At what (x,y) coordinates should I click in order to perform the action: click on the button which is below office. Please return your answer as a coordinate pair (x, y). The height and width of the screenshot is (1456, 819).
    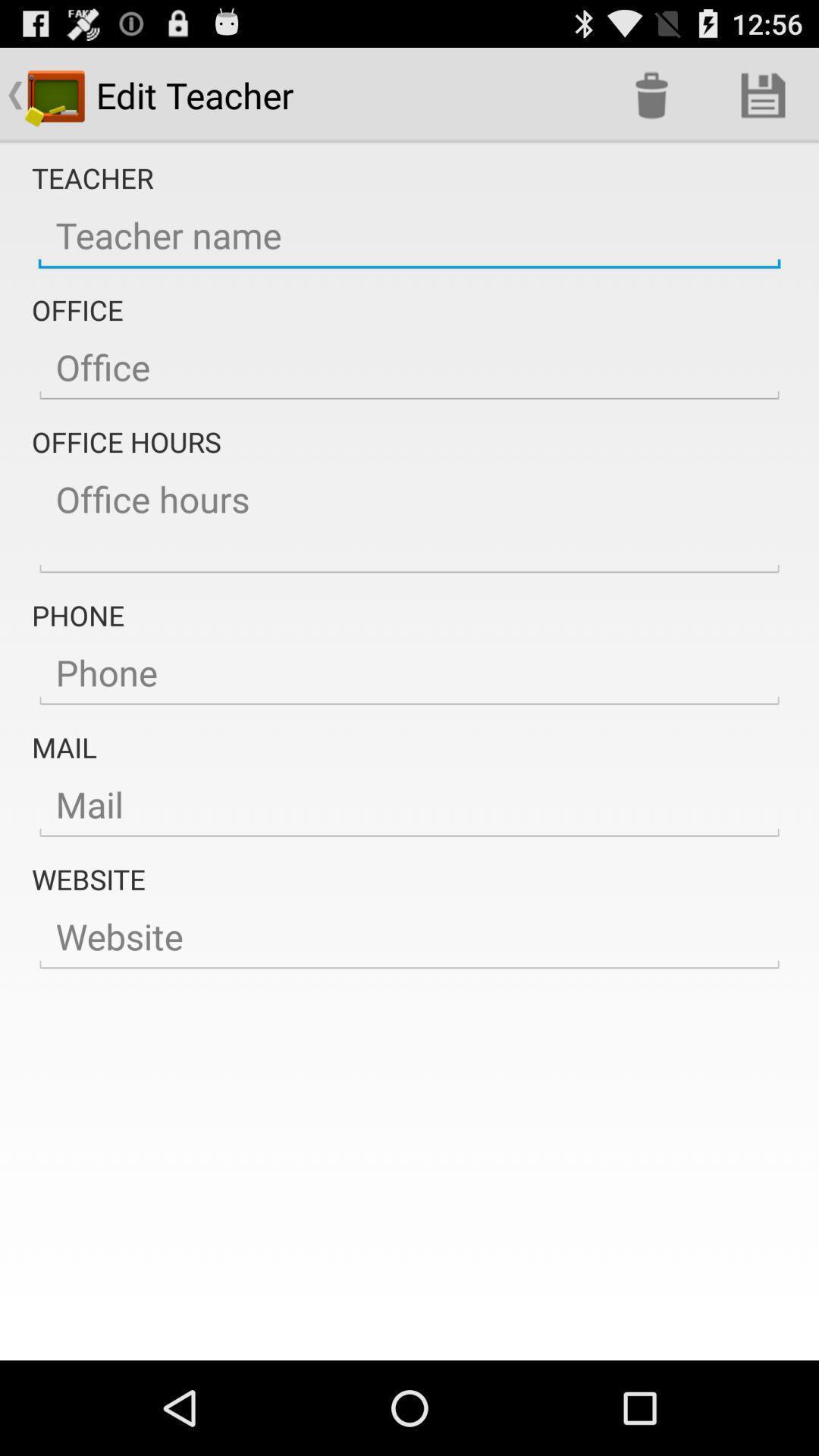
    Looking at the image, I should click on (409, 368).